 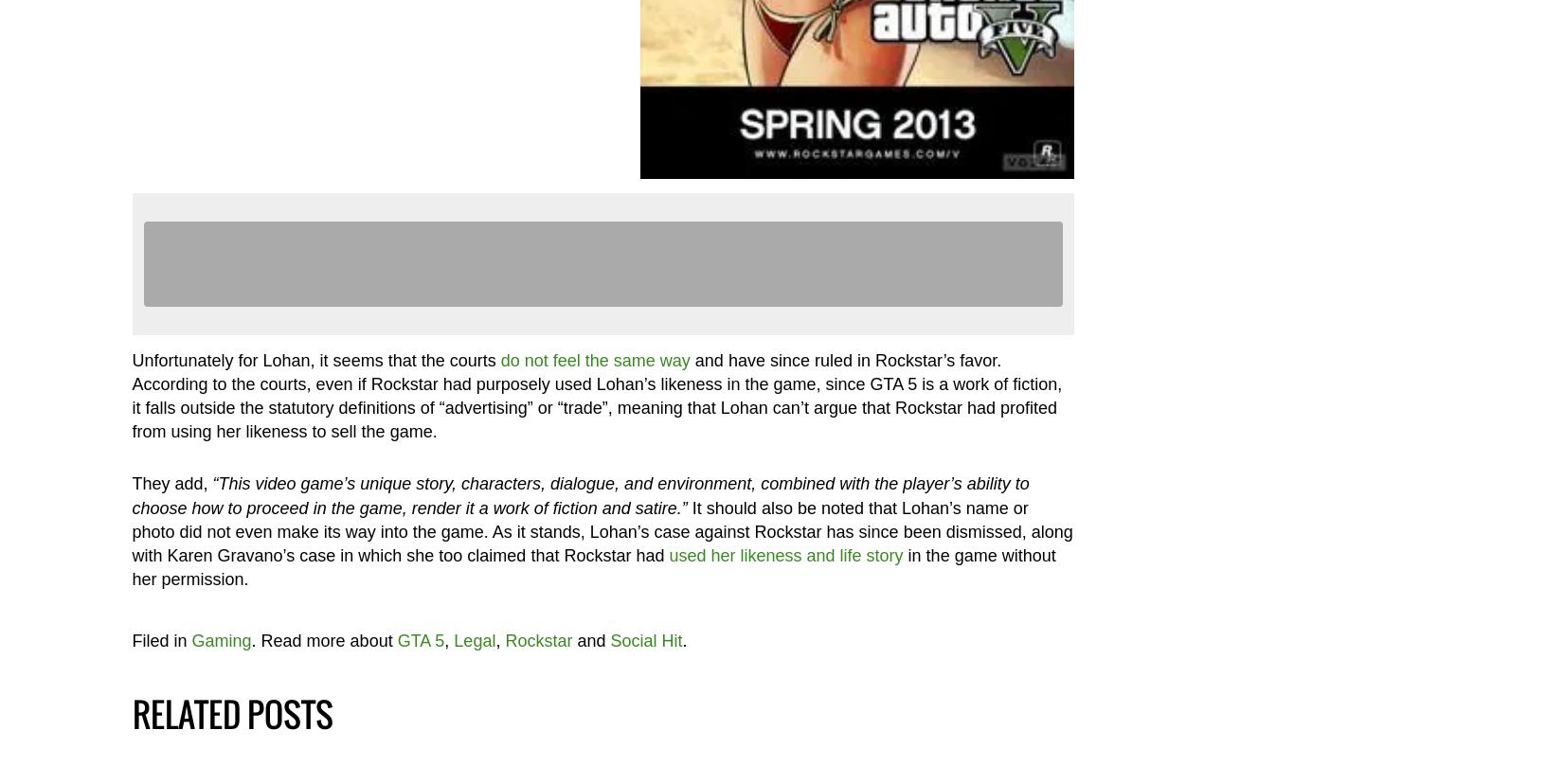 I want to click on '. Read more about', so click(x=250, y=639).